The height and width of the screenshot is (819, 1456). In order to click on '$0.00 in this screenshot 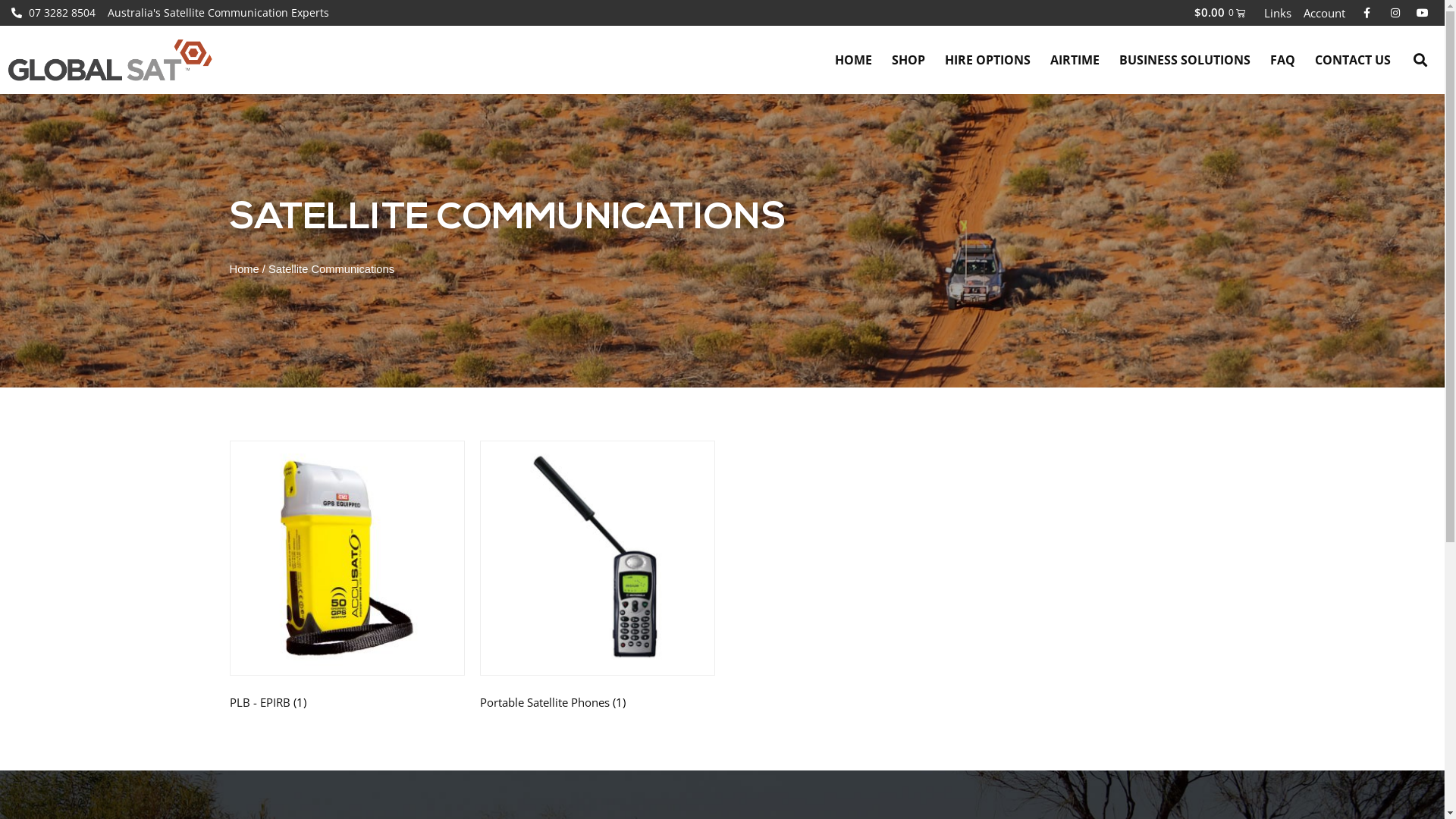, I will do `click(1219, 12)`.